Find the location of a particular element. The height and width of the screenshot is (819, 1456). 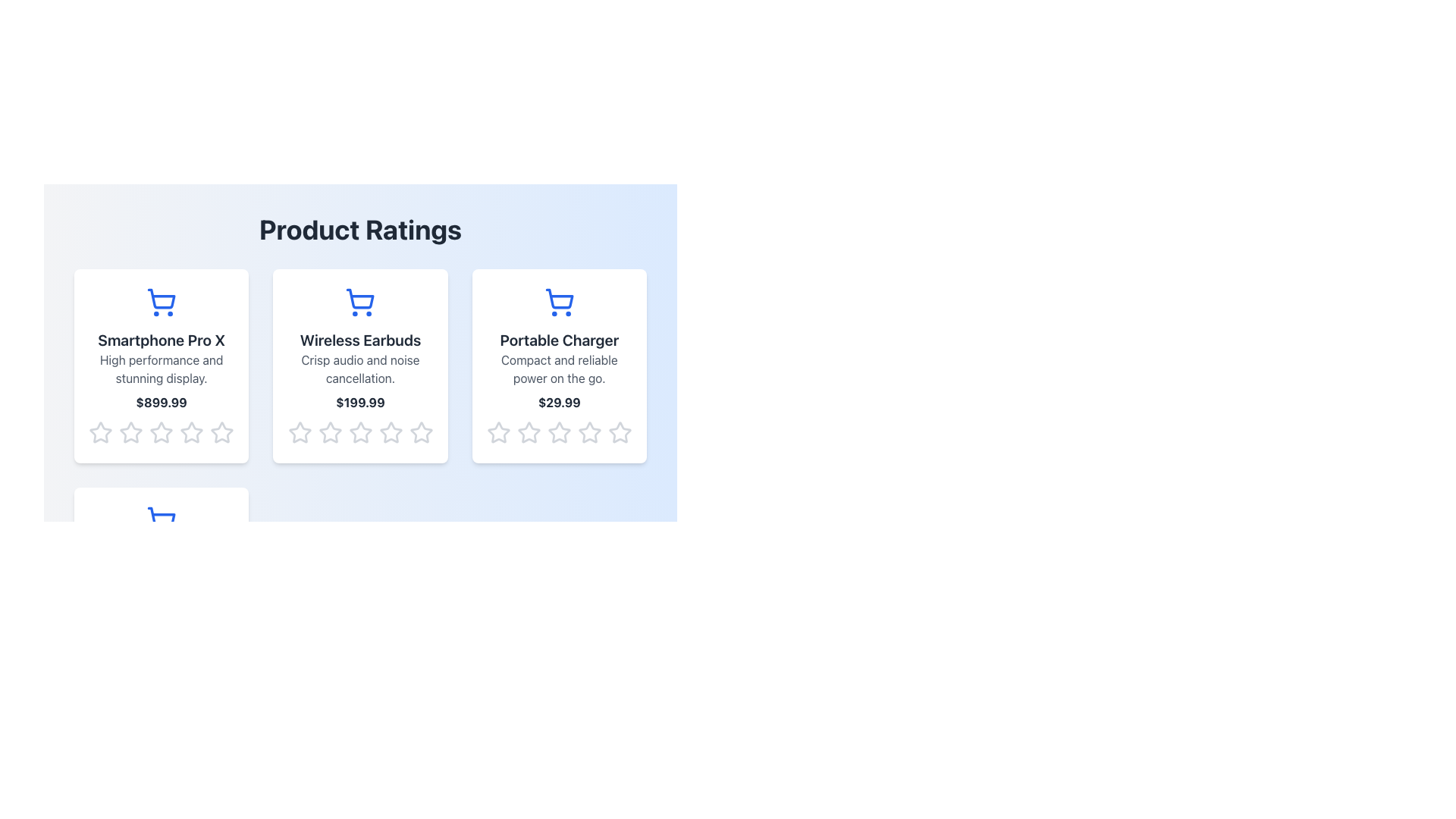

the text label displaying 'Wireless Earbuds' in bold, dark gray font, located in the middle column of a three-column grid, positioned above a description text is located at coordinates (359, 339).